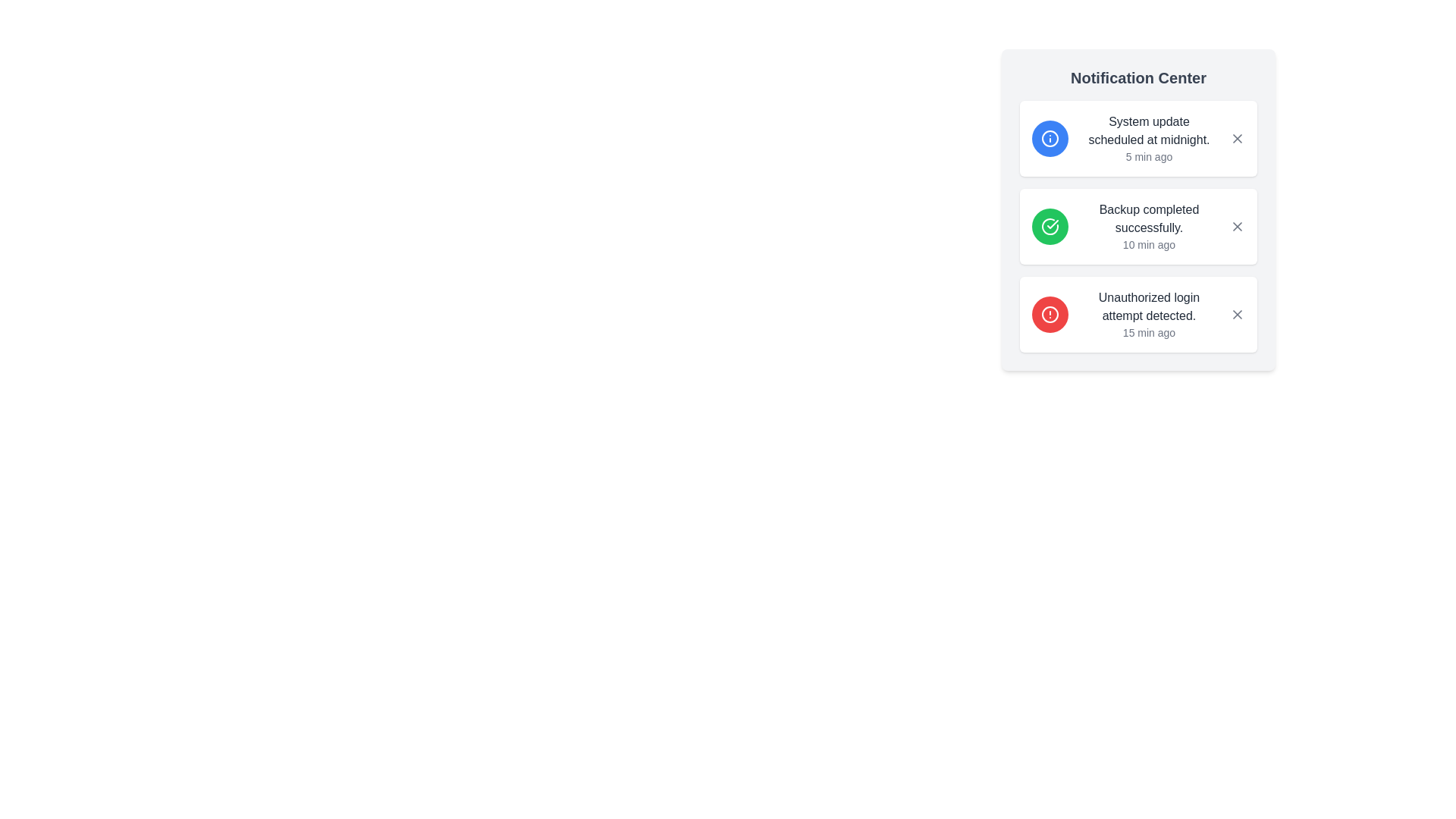 Image resolution: width=1456 pixels, height=819 pixels. Describe the element at coordinates (1149, 307) in the screenshot. I see `informational text label about an unauthorized login attempt located at the bottommost item of the notification list` at that location.